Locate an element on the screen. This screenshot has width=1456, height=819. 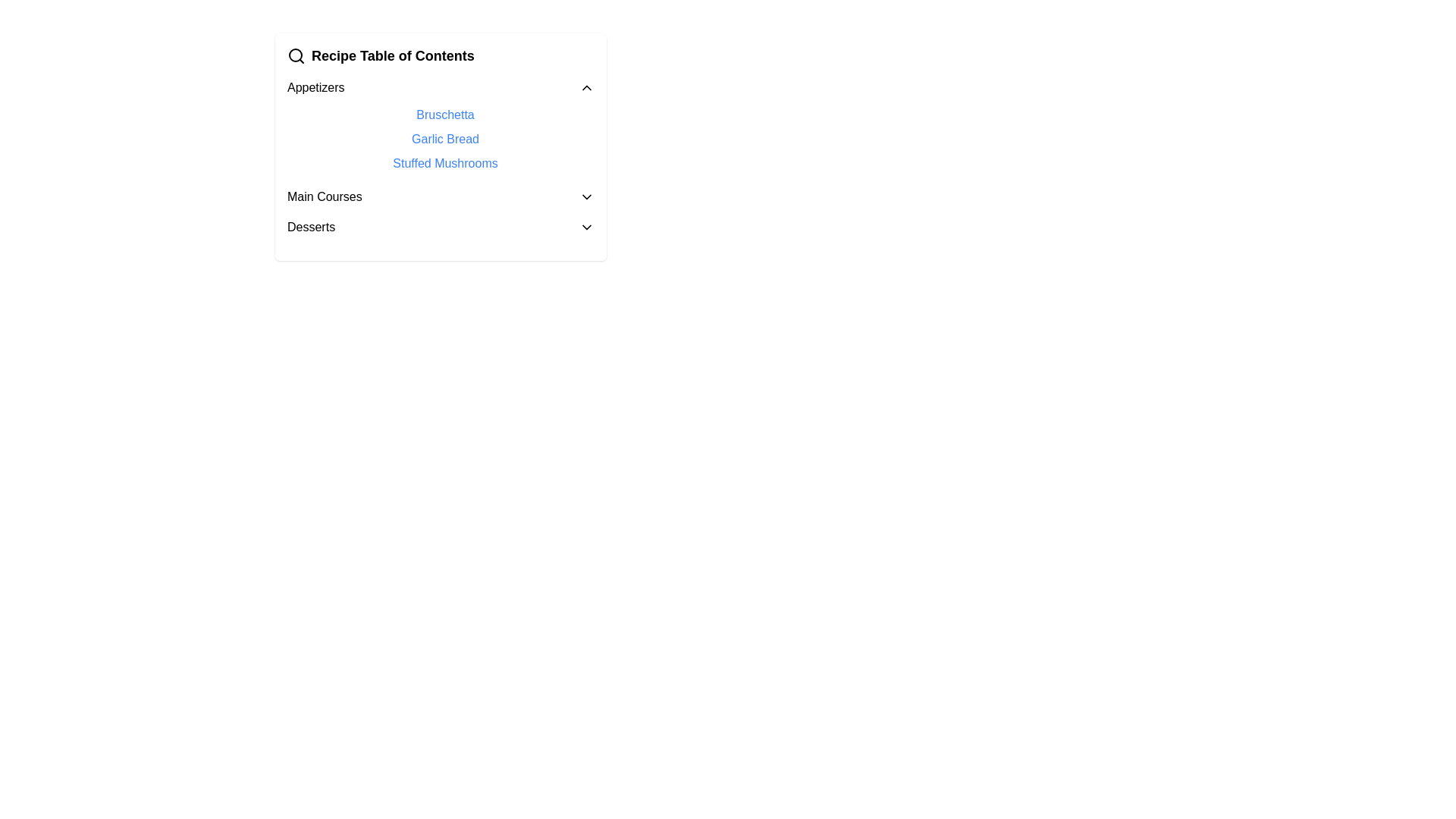
the text link styled in blue with an underline that displays the word 'Bruschetta' under the 'Appetizers' section of the Recipe Table of Contents is located at coordinates (446, 114).